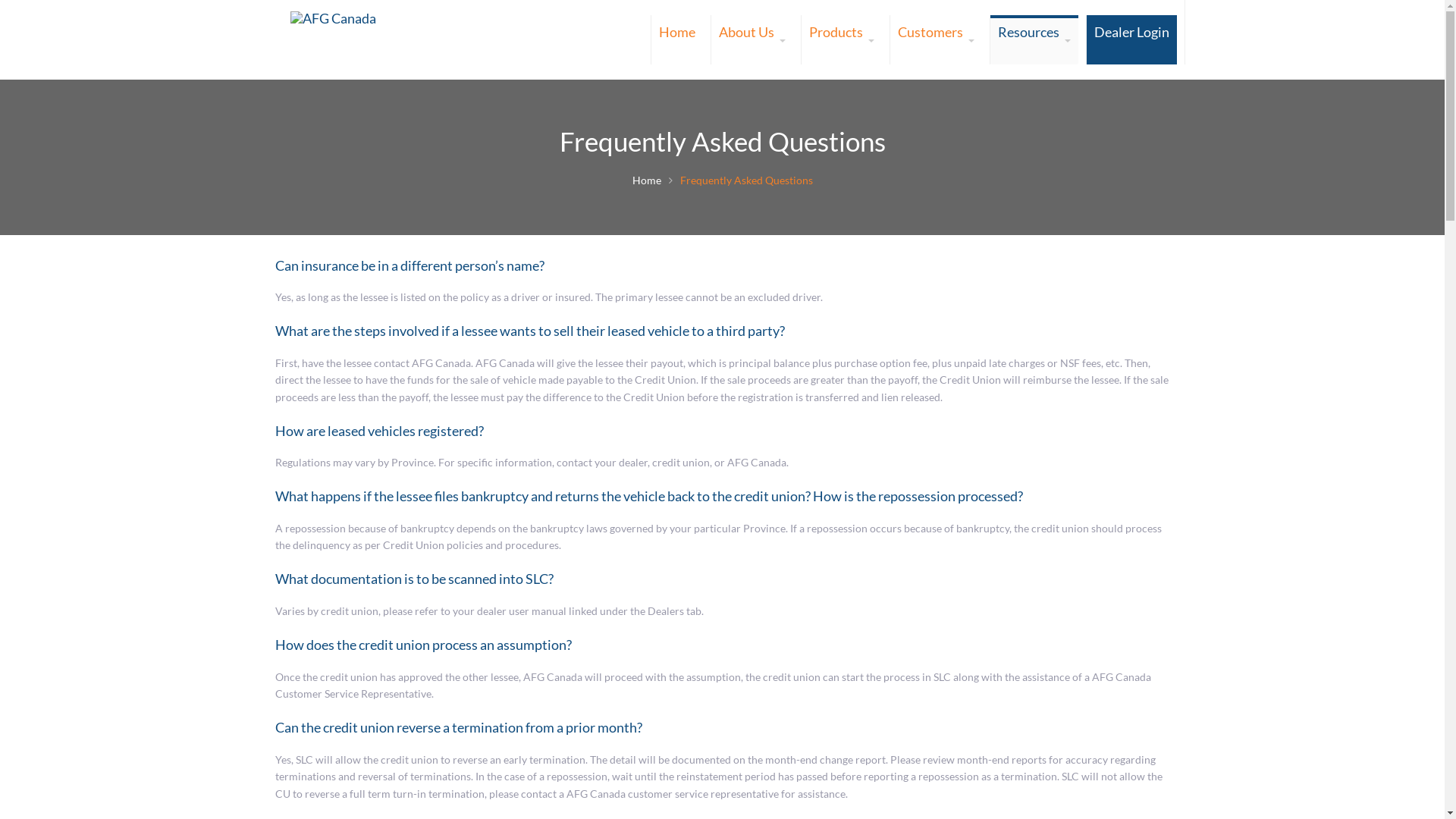  Describe the element at coordinates (935, 39) in the screenshot. I see `'Customers'` at that location.